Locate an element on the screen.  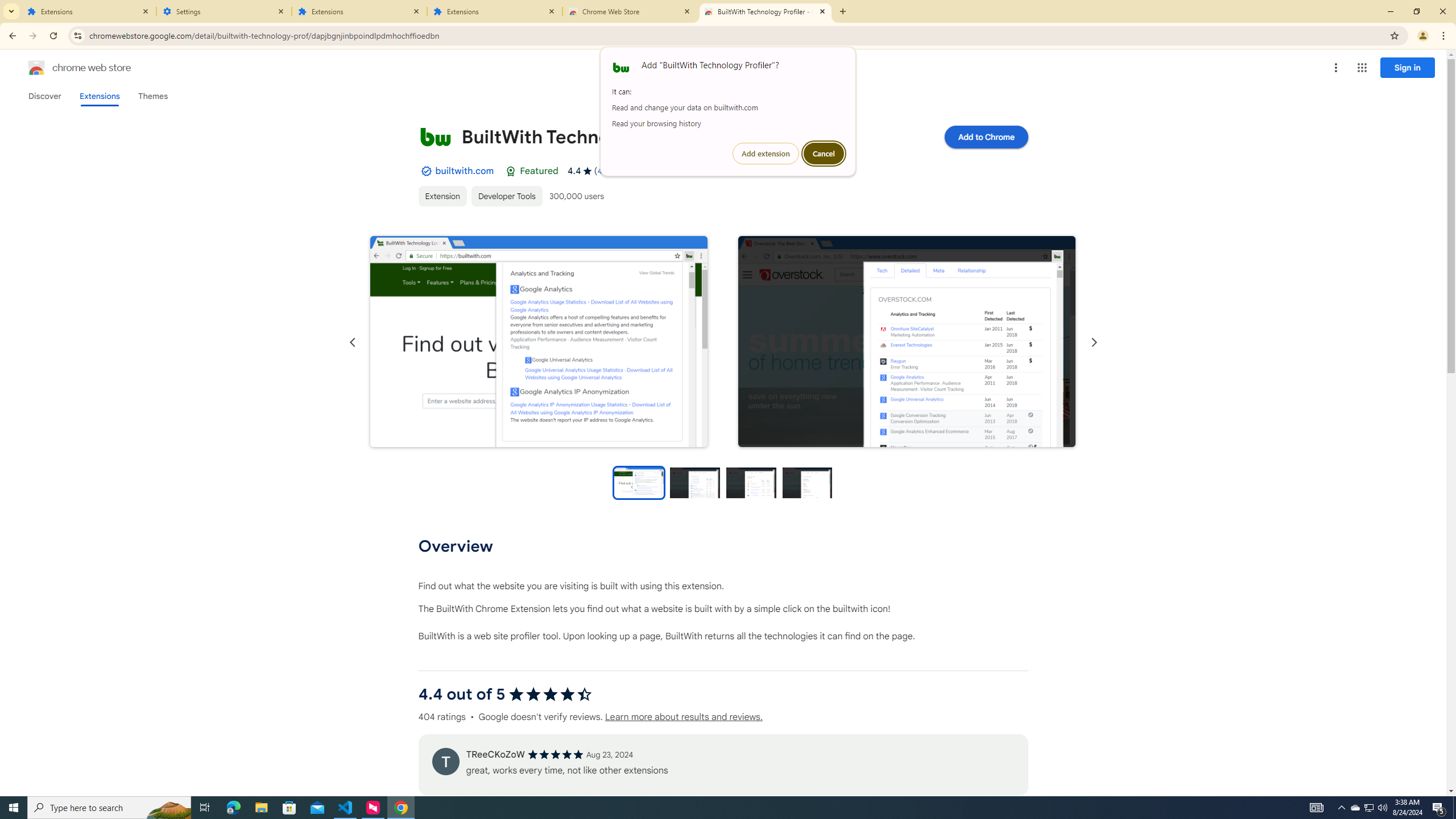
'User Promoted Notification Area' is located at coordinates (1368, 806).